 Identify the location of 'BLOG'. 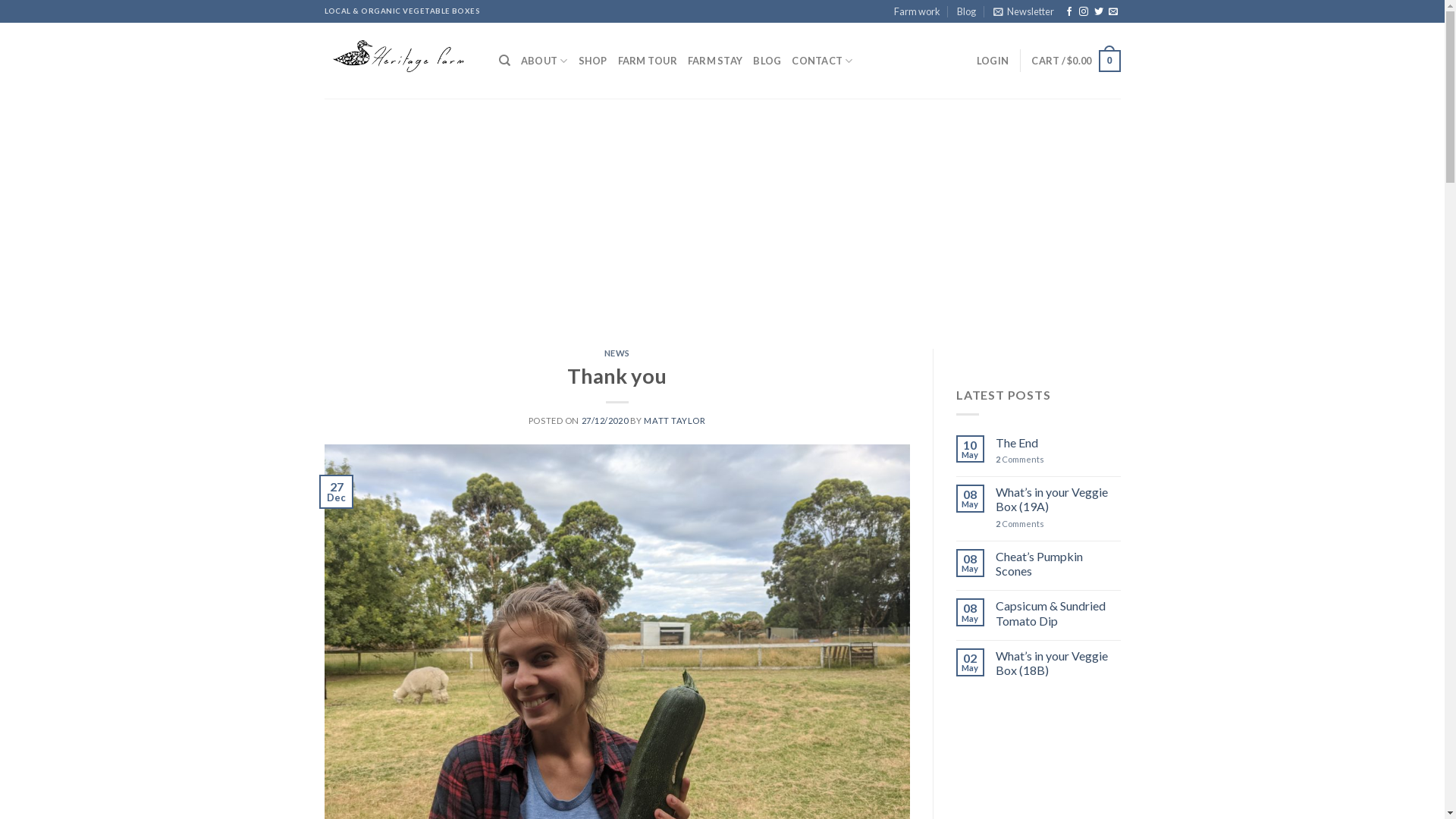
(767, 60).